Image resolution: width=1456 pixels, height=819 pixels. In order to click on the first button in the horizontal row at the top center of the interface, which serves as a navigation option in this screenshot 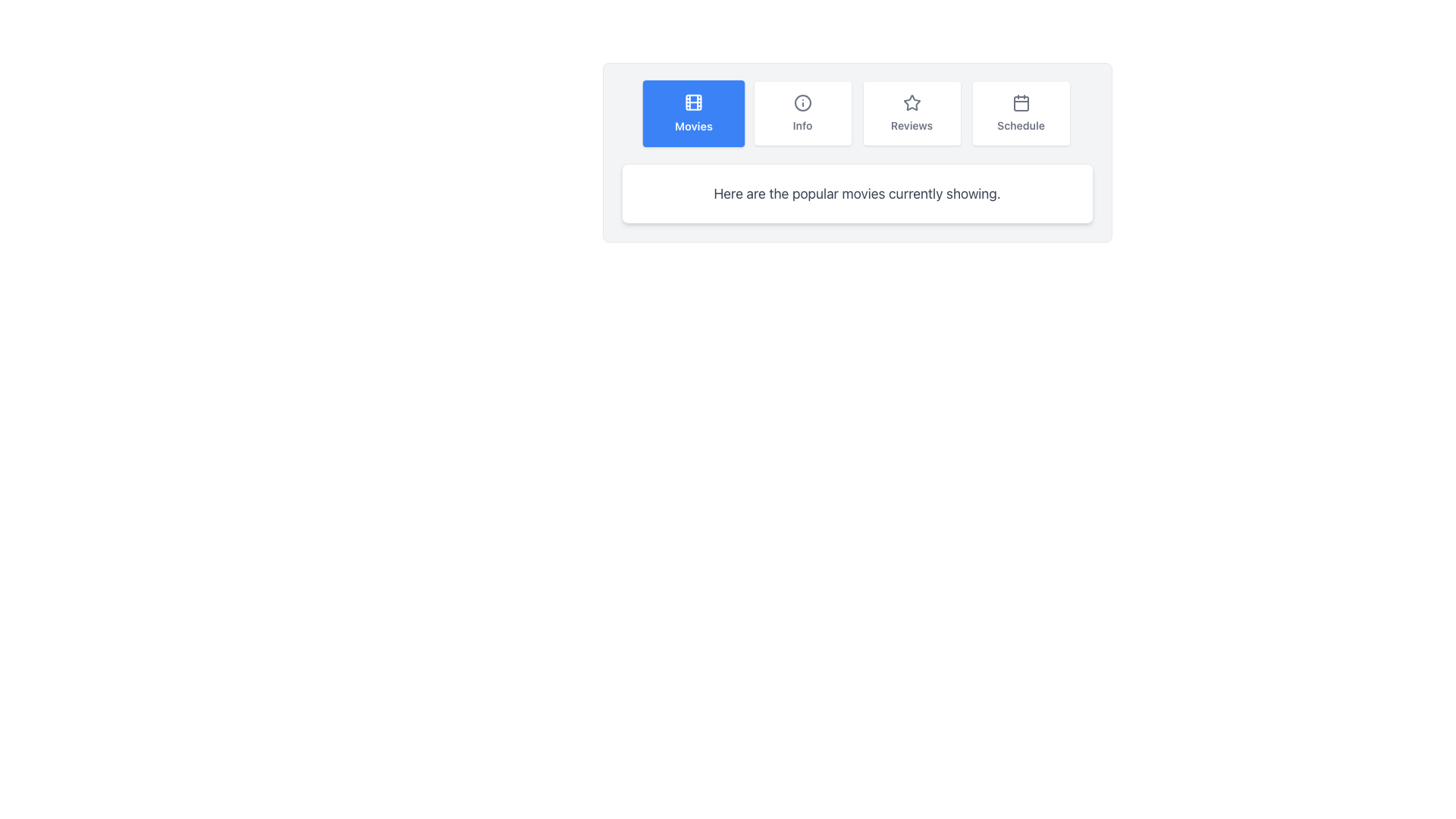, I will do `click(692, 113)`.